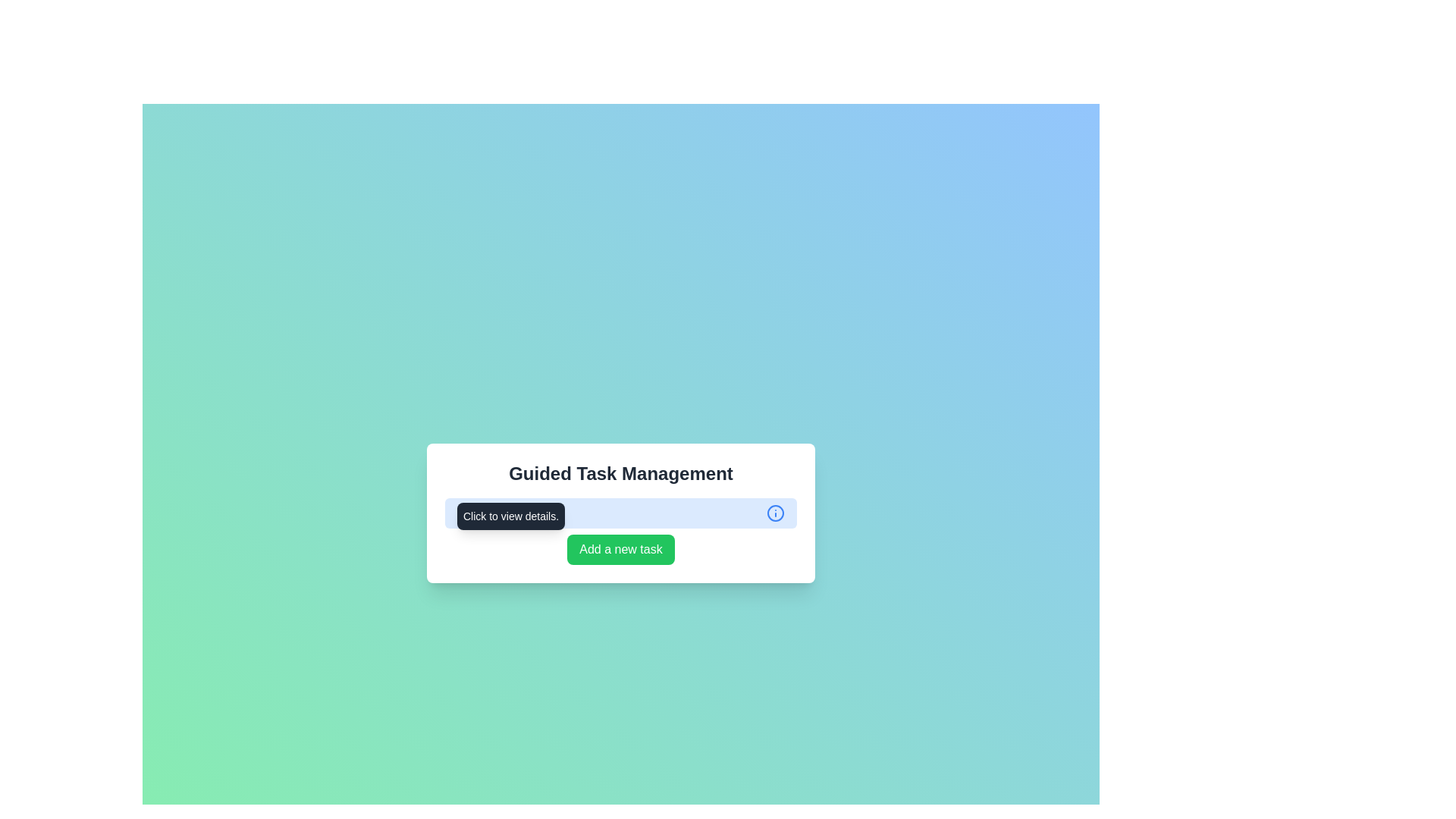  I want to click on the central circular element of the information icon located at the right side of the 'Click, so click(775, 513).